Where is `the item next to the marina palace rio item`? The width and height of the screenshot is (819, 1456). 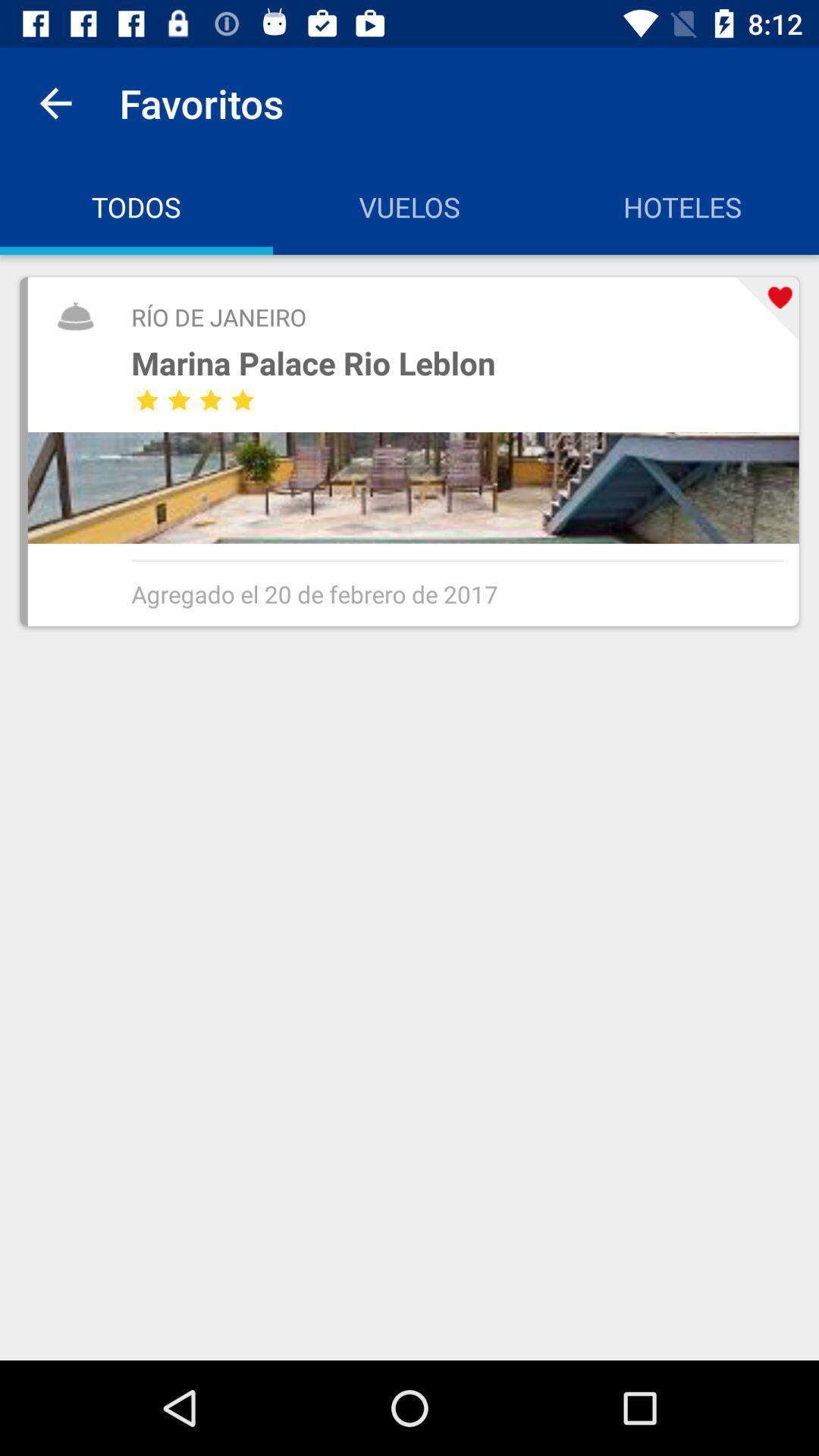 the item next to the marina palace rio item is located at coordinates (767, 308).